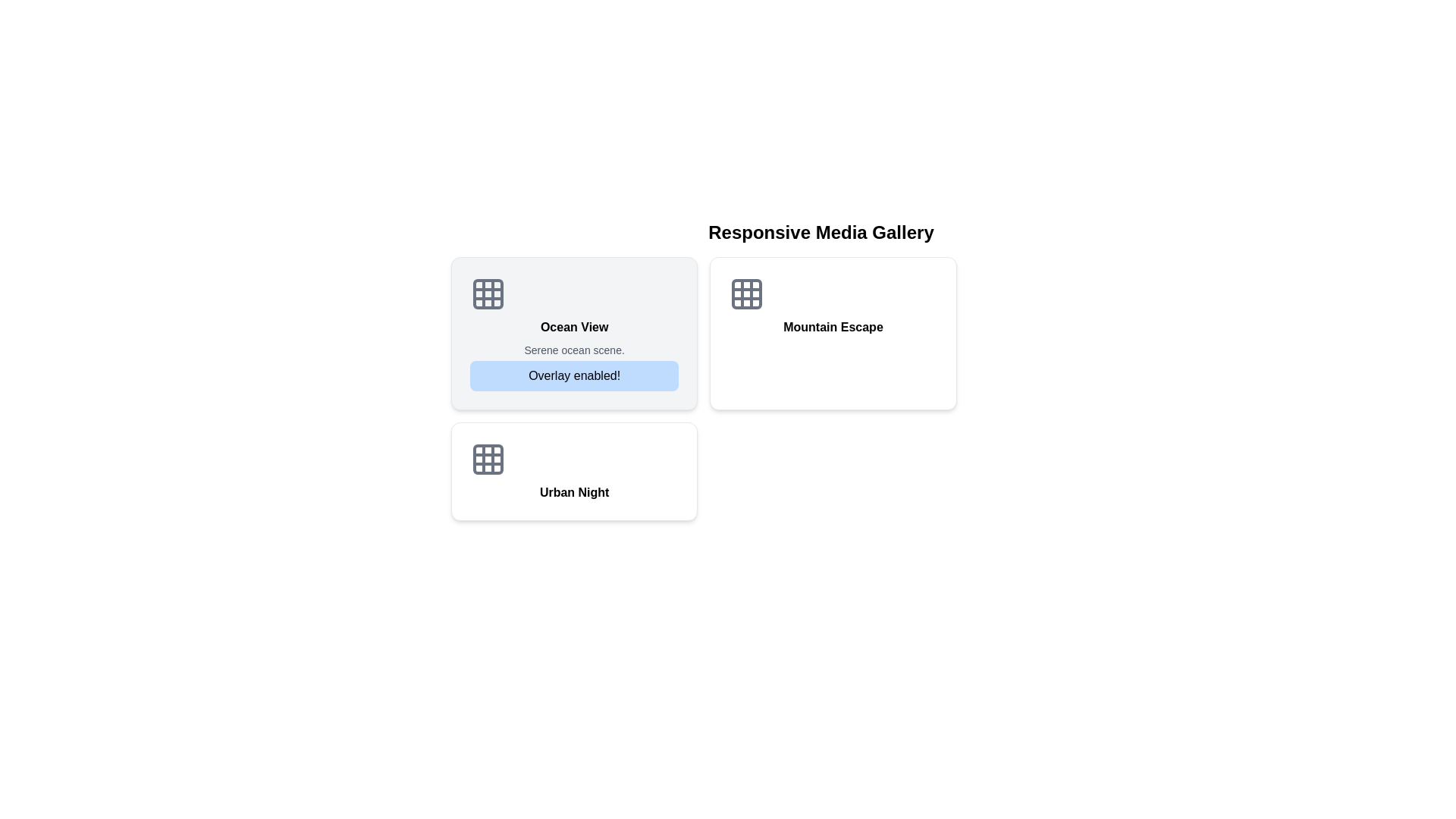 The width and height of the screenshot is (1456, 819). Describe the element at coordinates (573, 375) in the screenshot. I see `the text label element that displays 'Overlay enabled!' at the bottom of the 'Ocean View' card` at that location.